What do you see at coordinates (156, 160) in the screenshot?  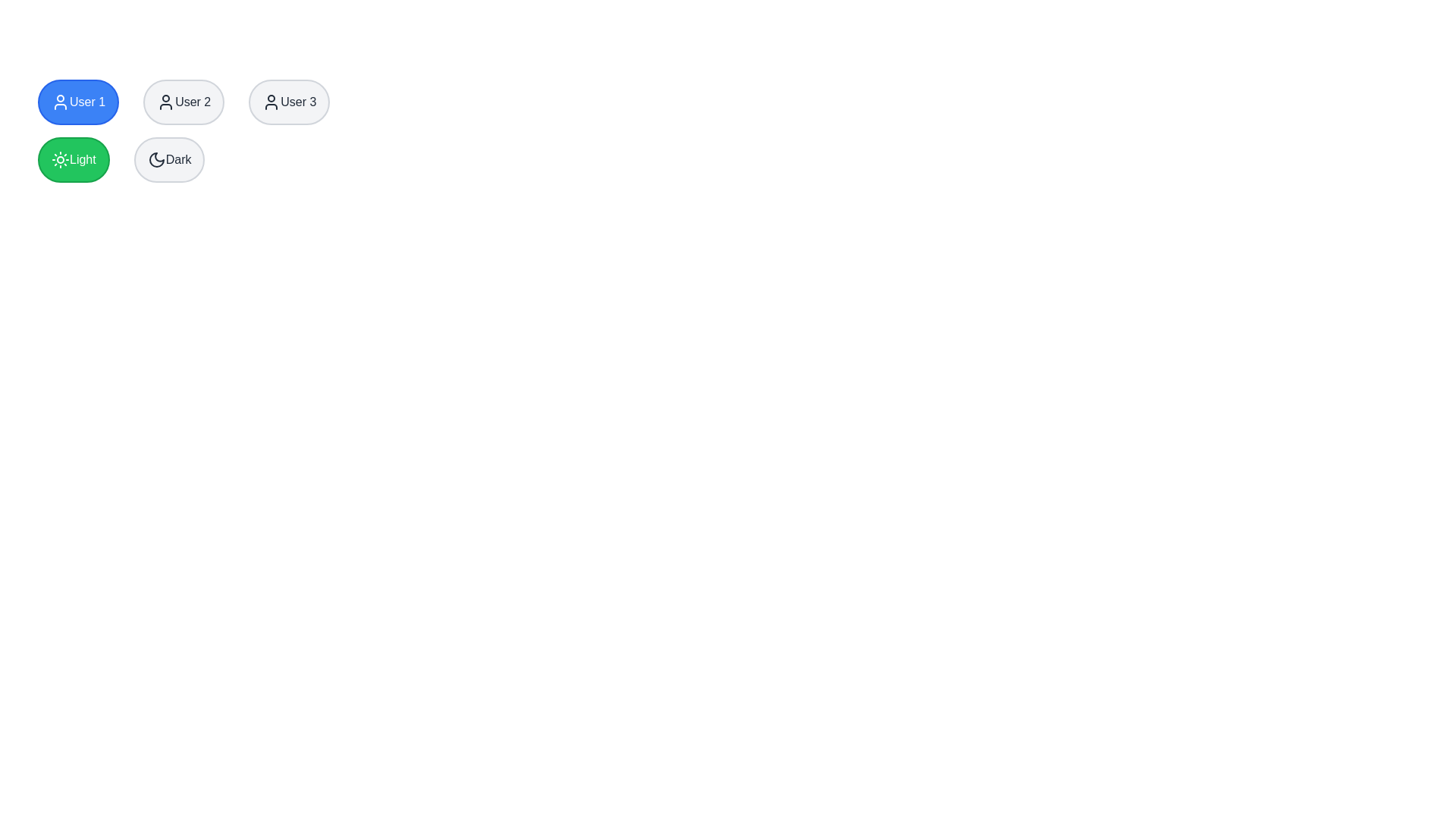 I see `the crescent moon icon within the 'Dark' button, which is located near the bottom-right of the interface, next to the 'Light' button` at bounding box center [156, 160].